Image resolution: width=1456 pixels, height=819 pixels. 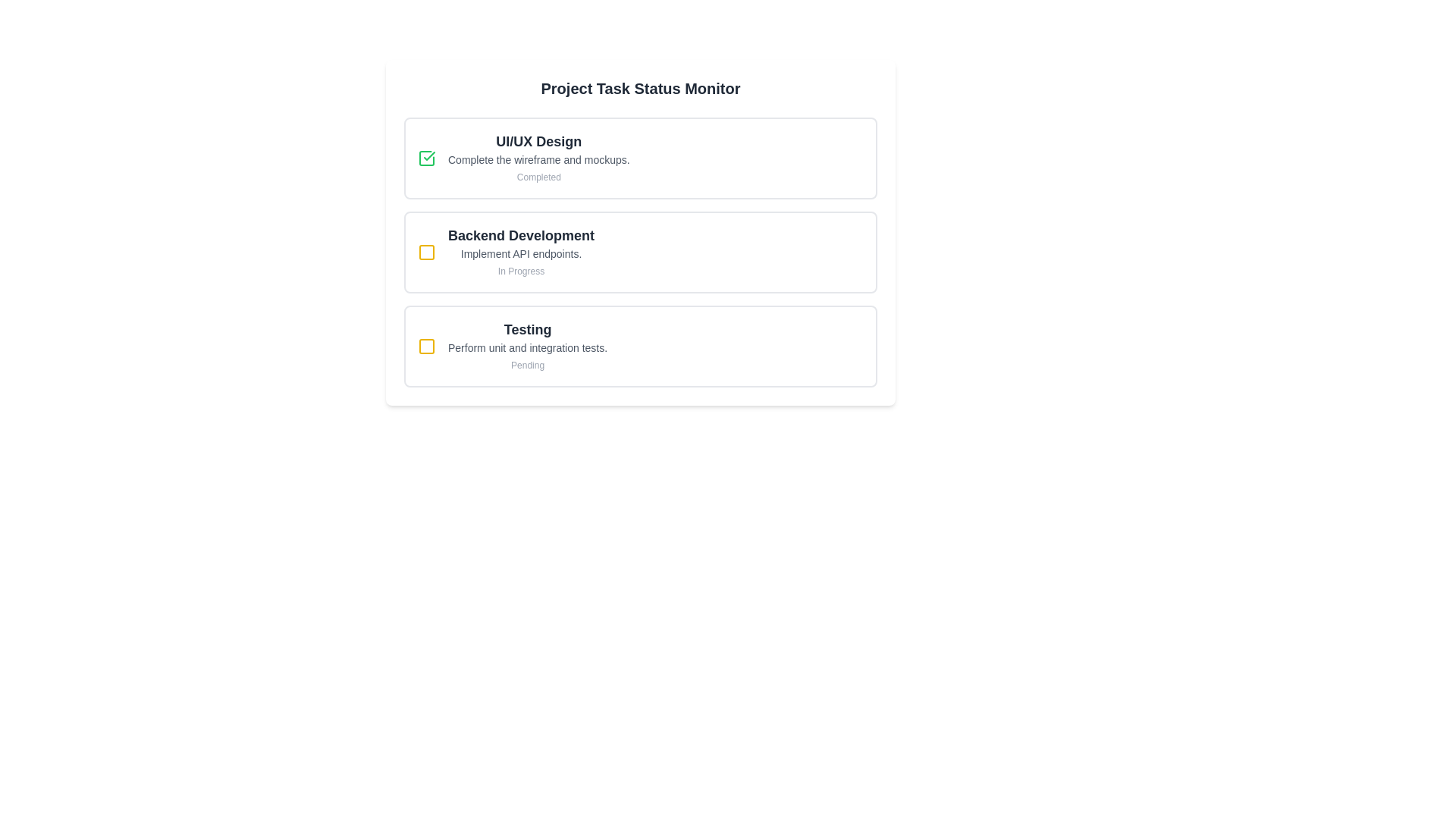 I want to click on information displayed in the text label that says 'Complete the wireframe and mockups.' located below the header 'UI/UX Design.', so click(x=538, y=160).